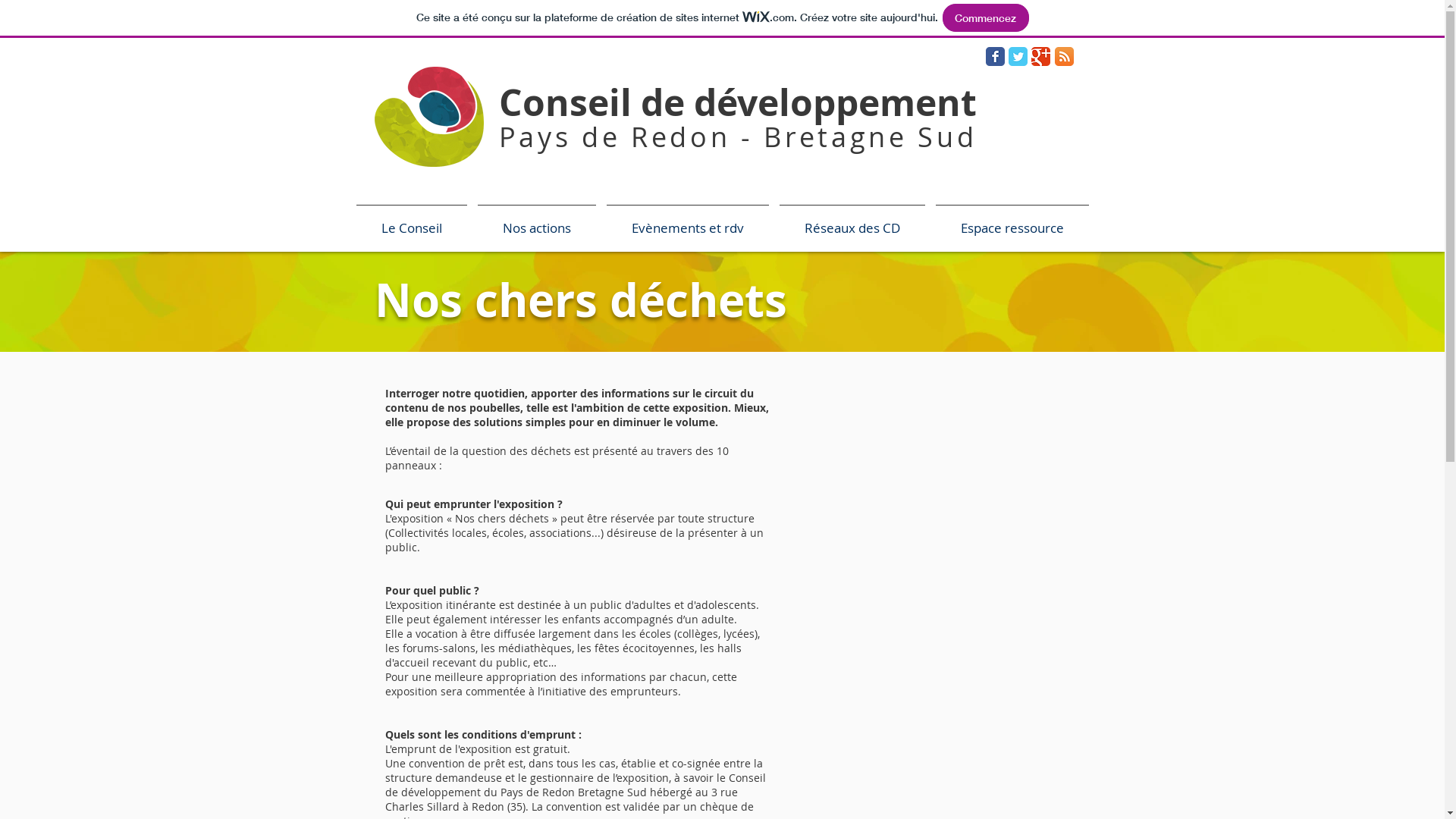  Describe the element at coordinates (1012, 221) in the screenshot. I see `'Espace ressource'` at that location.